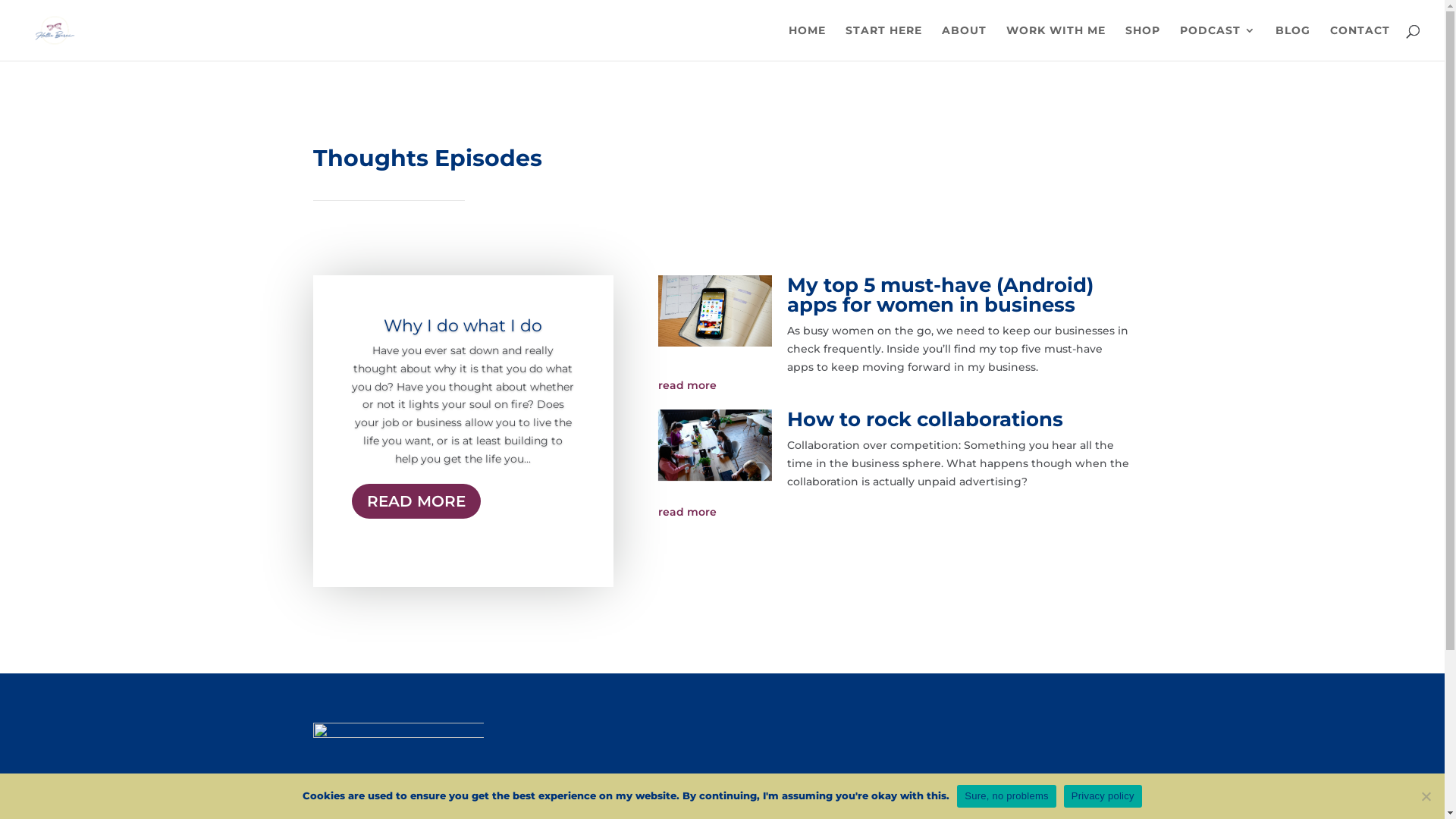  Describe the element at coordinates (1360, 42) in the screenshot. I see `'CONTACT'` at that location.